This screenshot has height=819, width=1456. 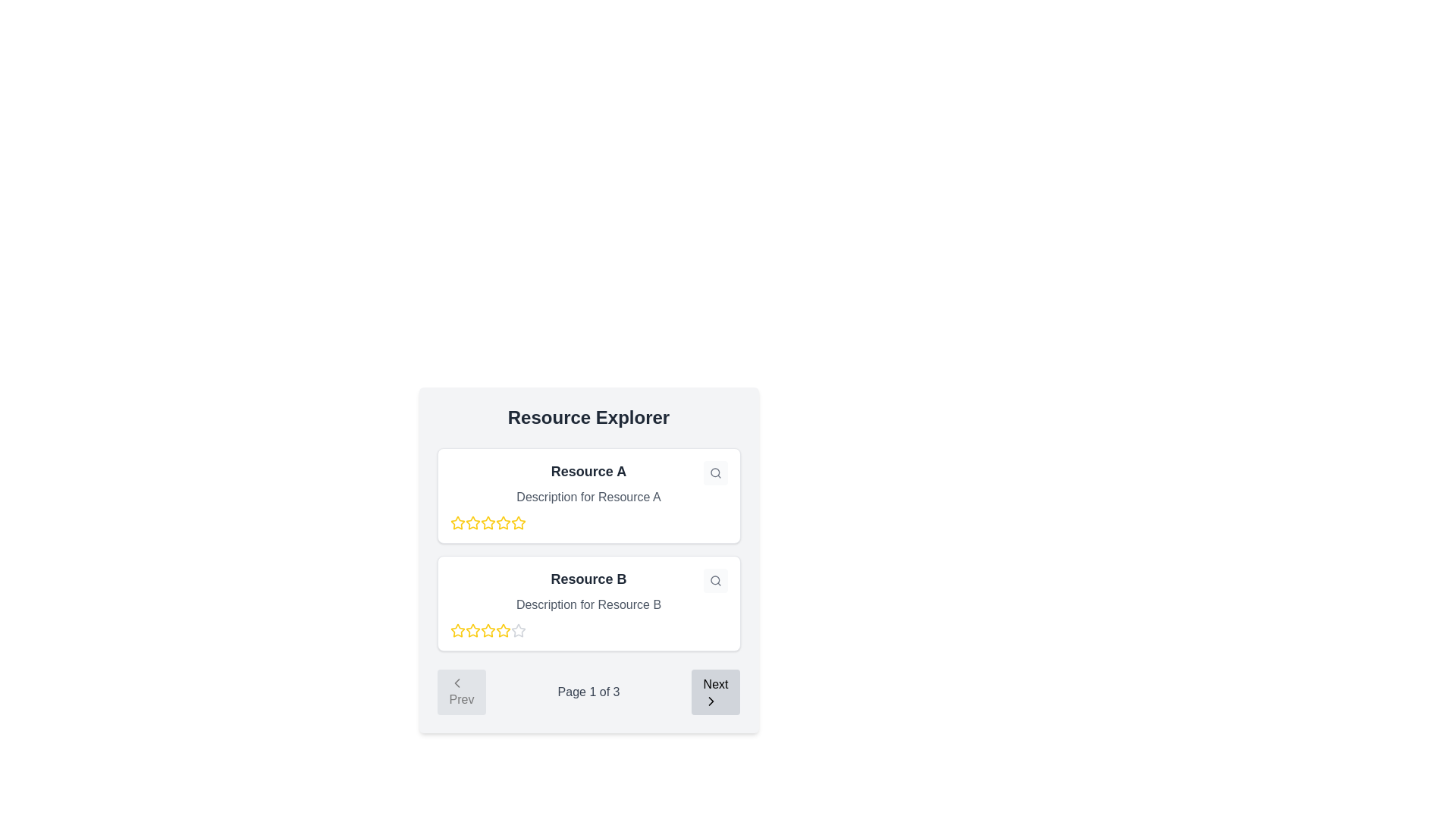 I want to click on the first yellow star icon for rating, which is part of a horizontal row of rating stars below the title 'Resource A', so click(x=457, y=522).